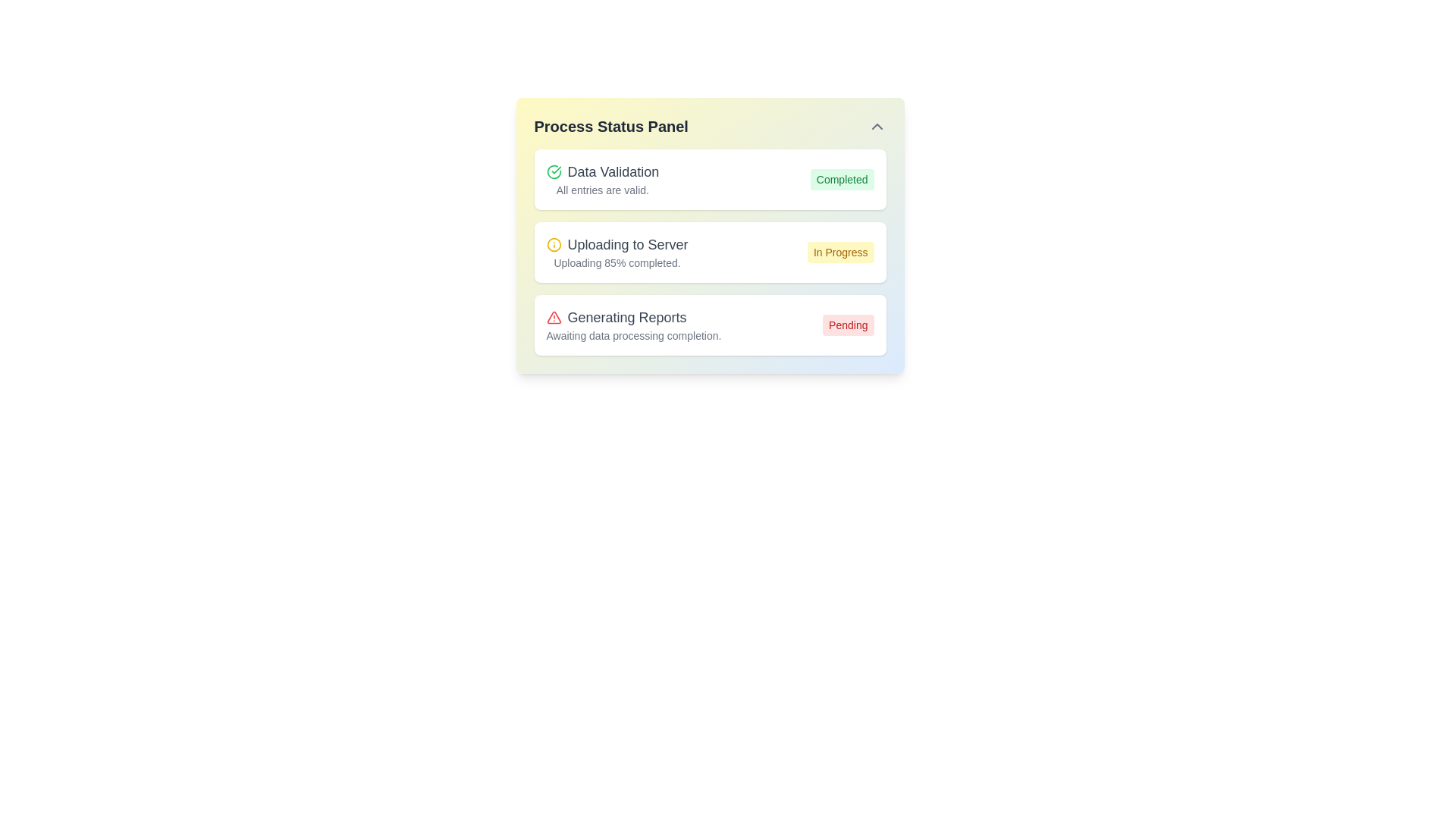  What do you see at coordinates (633, 335) in the screenshot?
I see `the text element displaying 'Awaiting data processing completion.' located under the 'Generating Reports' heading, indicating a pending status` at bounding box center [633, 335].